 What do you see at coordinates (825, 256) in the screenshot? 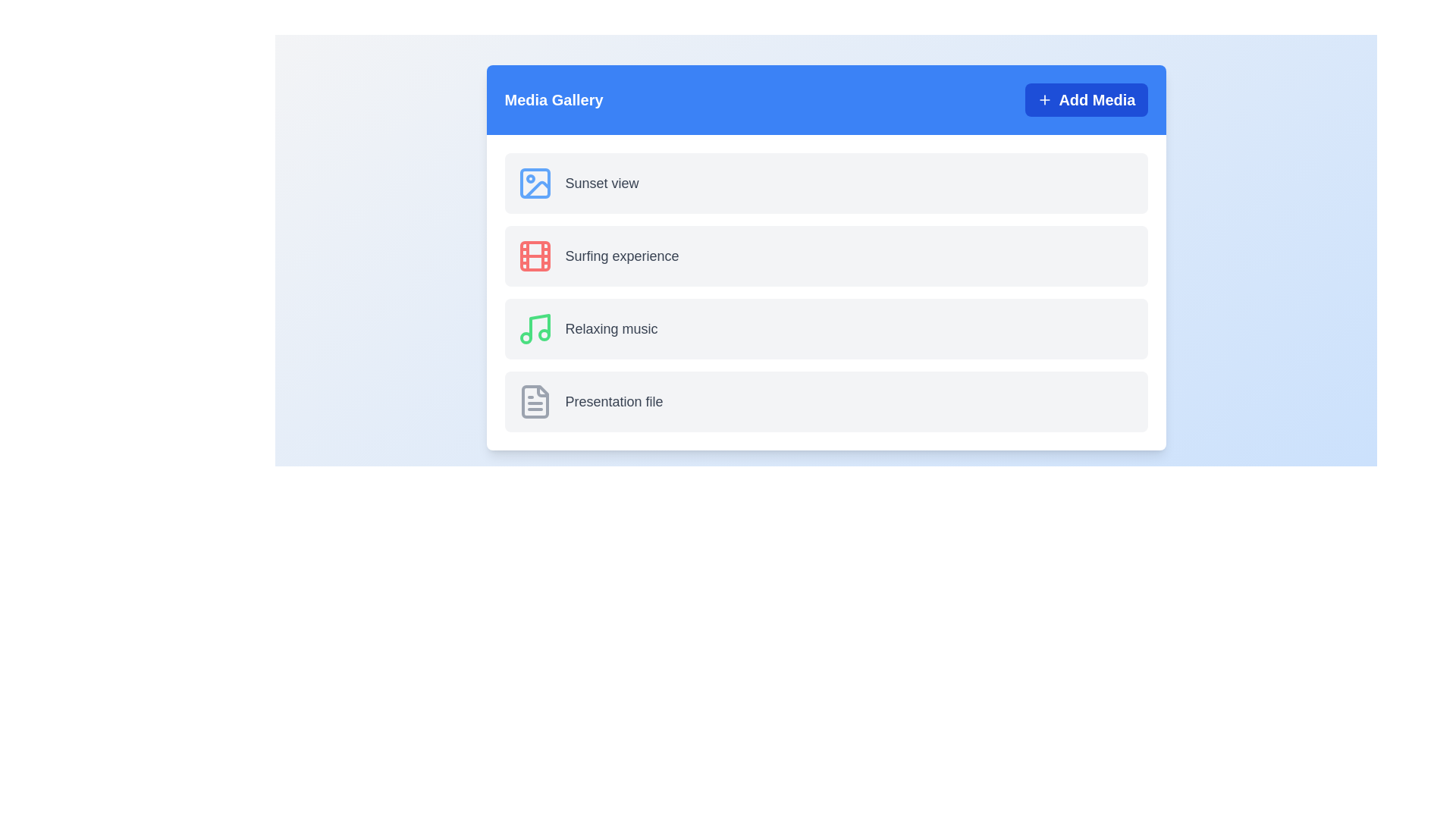
I see `the list item for 'Surfing experience'` at bounding box center [825, 256].